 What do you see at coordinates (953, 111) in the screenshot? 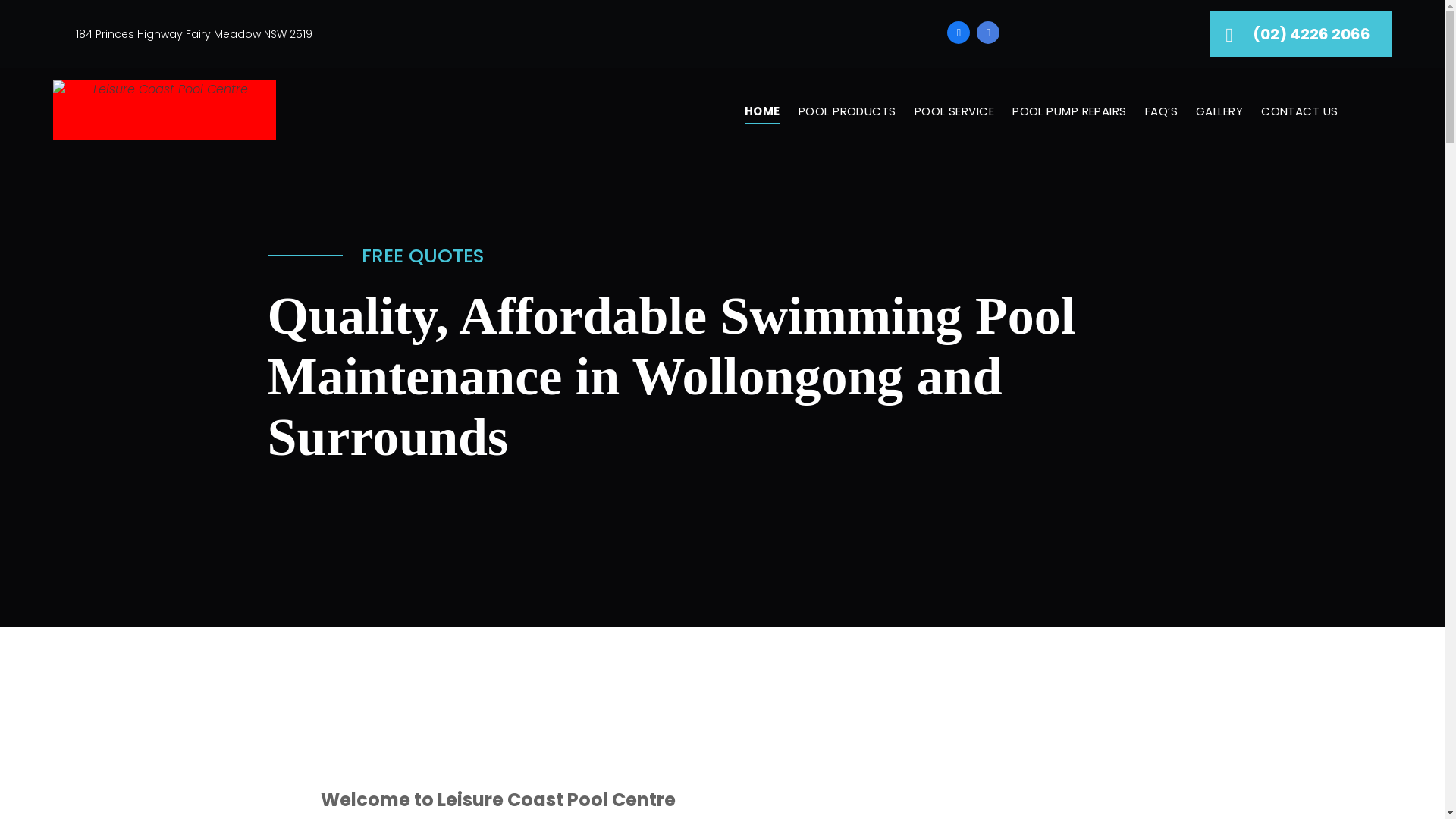
I see `'POOL SERVICE'` at bounding box center [953, 111].